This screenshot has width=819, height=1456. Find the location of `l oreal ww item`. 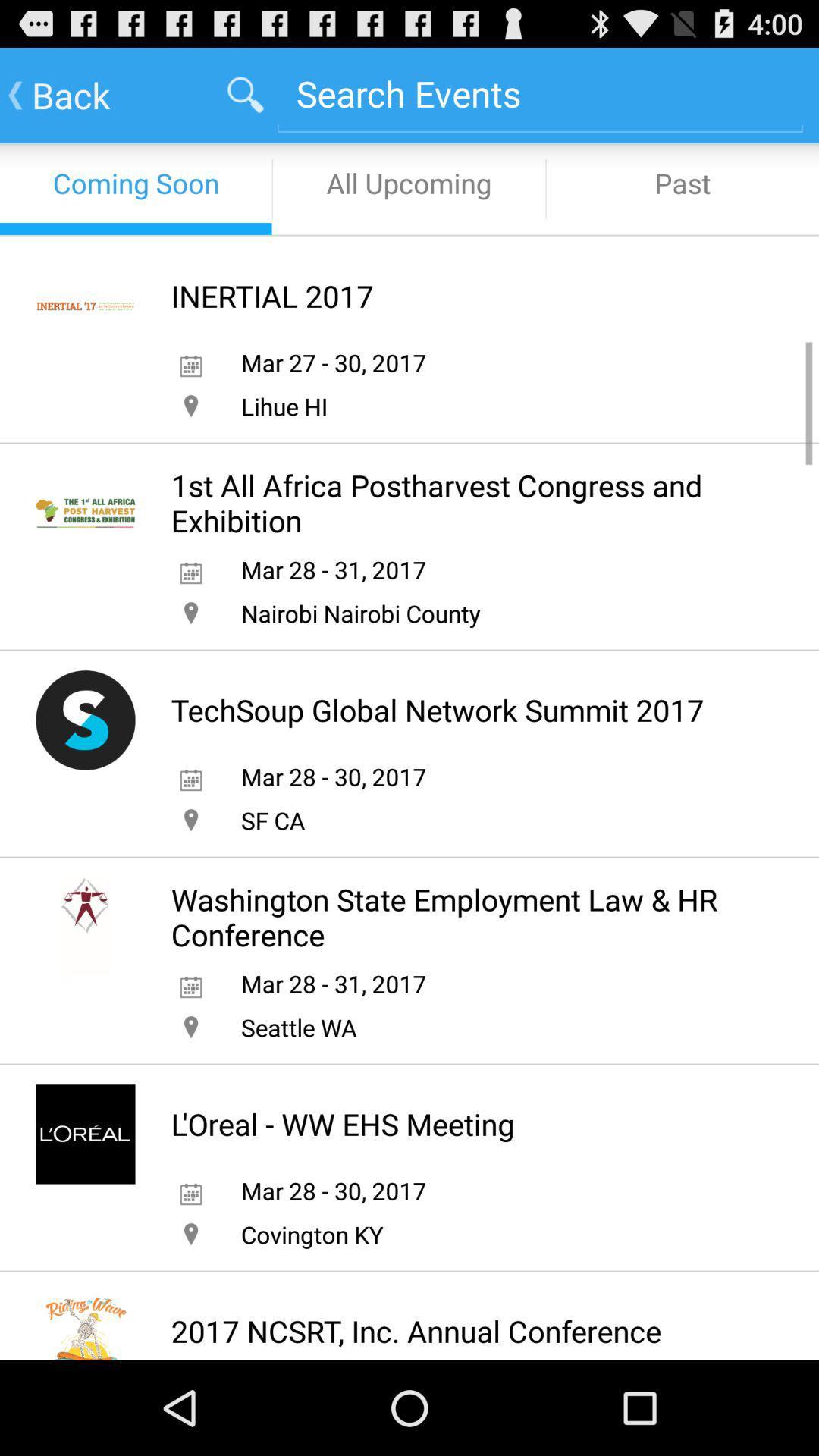

l oreal ww item is located at coordinates (343, 1124).